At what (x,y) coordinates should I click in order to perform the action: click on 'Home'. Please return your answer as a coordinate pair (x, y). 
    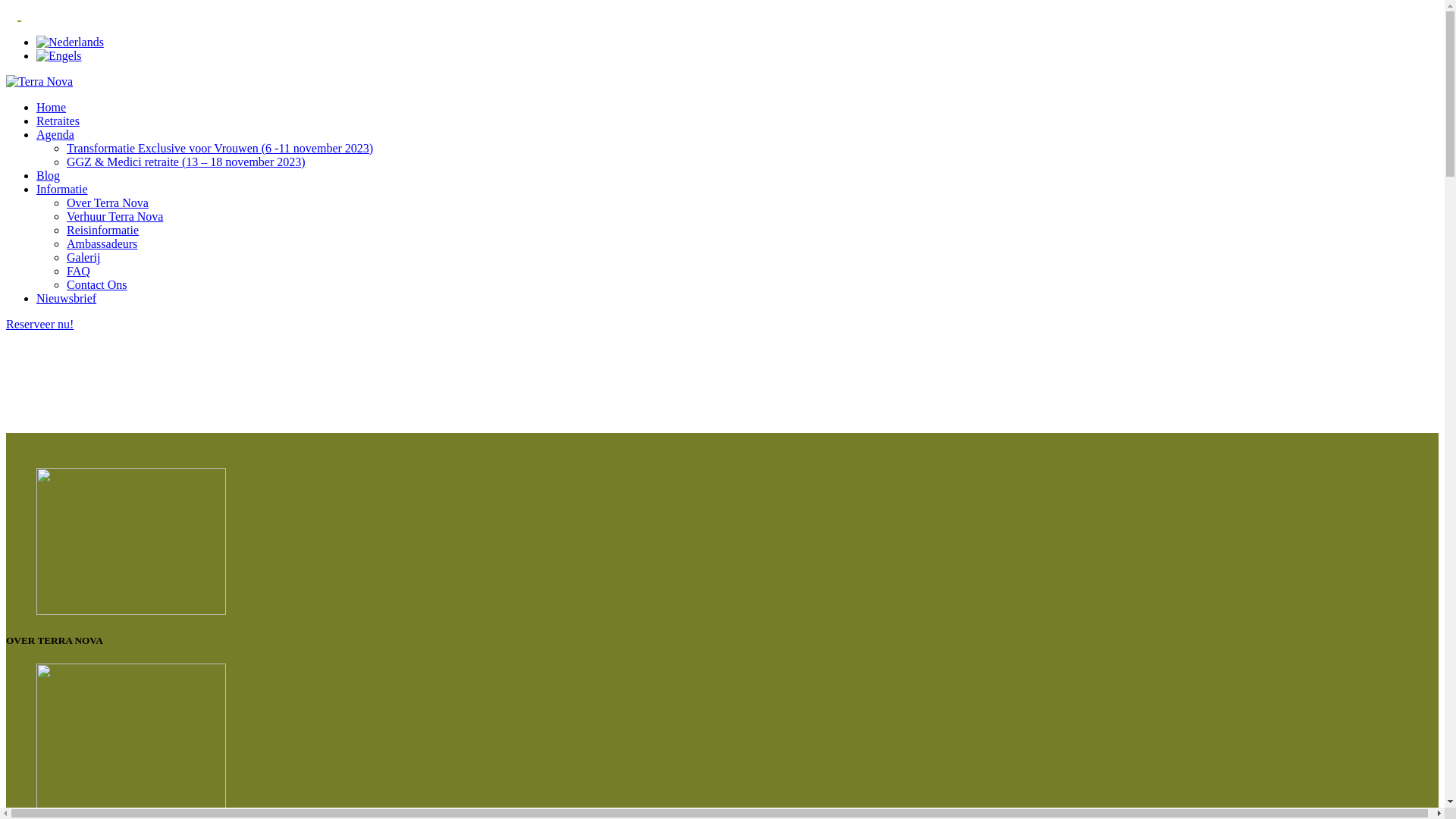
    Looking at the image, I should click on (51, 106).